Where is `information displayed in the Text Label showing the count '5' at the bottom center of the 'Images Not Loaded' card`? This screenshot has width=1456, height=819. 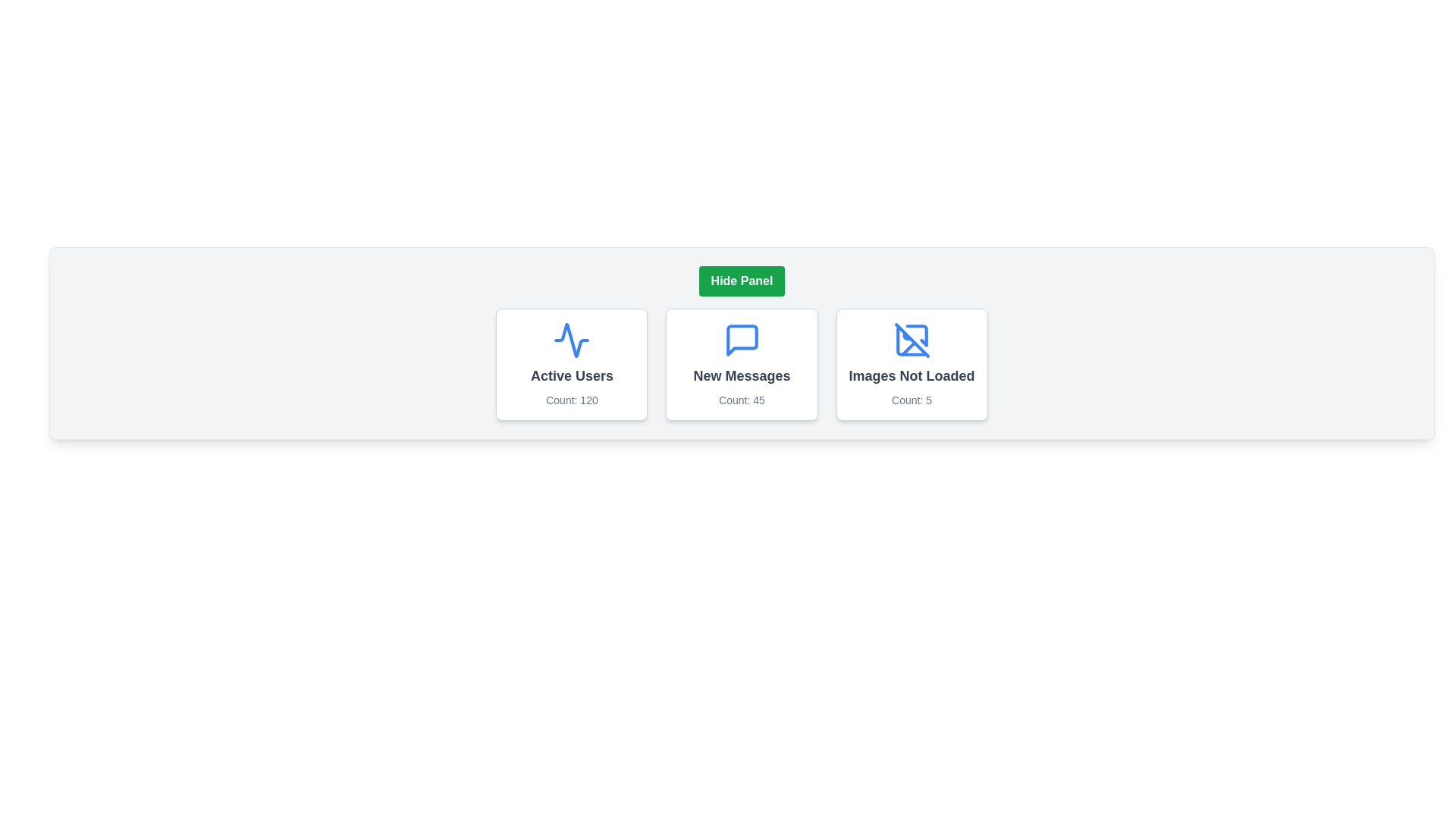
information displayed in the Text Label showing the count '5' at the bottom center of the 'Images Not Loaded' card is located at coordinates (911, 400).